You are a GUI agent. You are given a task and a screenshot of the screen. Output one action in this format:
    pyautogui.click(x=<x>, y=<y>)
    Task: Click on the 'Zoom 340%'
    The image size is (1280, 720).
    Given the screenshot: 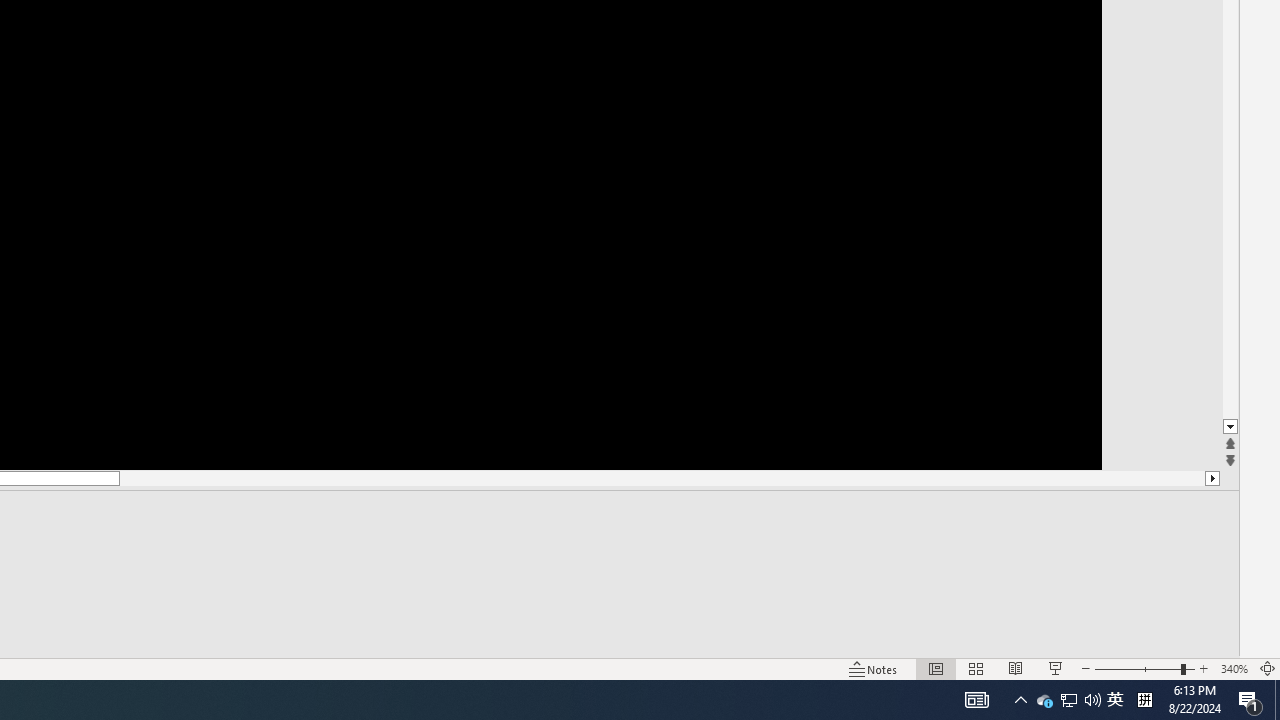 What is the action you would take?
    pyautogui.click(x=1233, y=669)
    